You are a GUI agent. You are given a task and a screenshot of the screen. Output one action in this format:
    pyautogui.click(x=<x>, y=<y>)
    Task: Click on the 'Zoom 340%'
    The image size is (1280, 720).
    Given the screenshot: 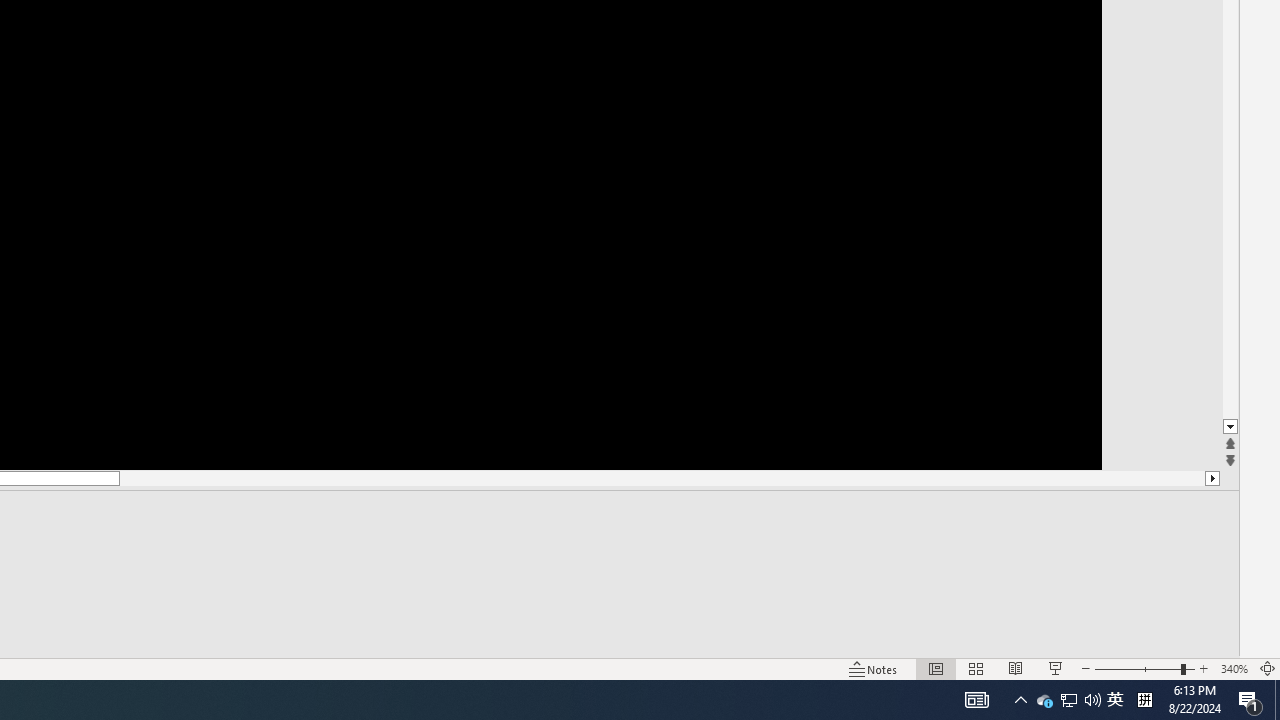 What is the action you would take?
    pyautogui.click(x=1233, y=669)
    